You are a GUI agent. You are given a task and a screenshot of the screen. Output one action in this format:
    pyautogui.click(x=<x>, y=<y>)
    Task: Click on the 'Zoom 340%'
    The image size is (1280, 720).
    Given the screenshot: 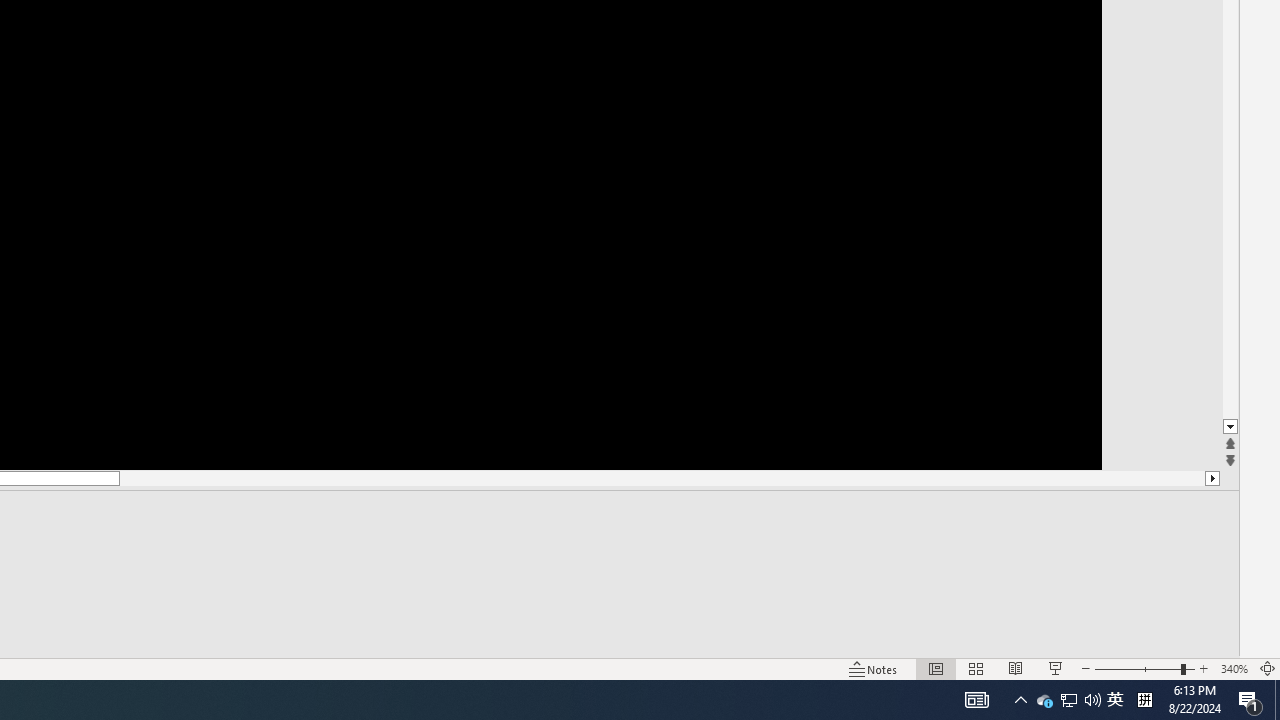 What is the action you would take?
    pyautogui.click(x=1233, y=669)
    